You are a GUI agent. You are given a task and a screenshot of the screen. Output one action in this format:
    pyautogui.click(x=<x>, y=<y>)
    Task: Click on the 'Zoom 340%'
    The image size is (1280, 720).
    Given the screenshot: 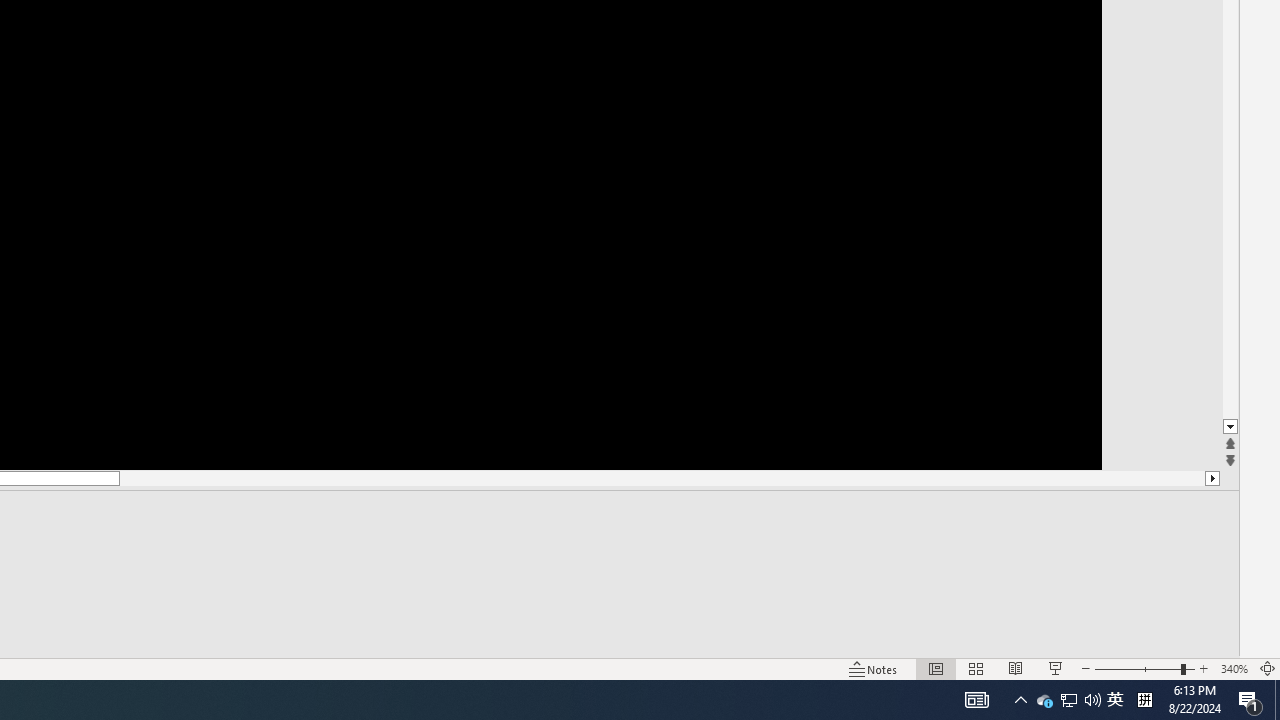 What is the action you would take?
    pyautogui.click(x=1233, y=669)
    